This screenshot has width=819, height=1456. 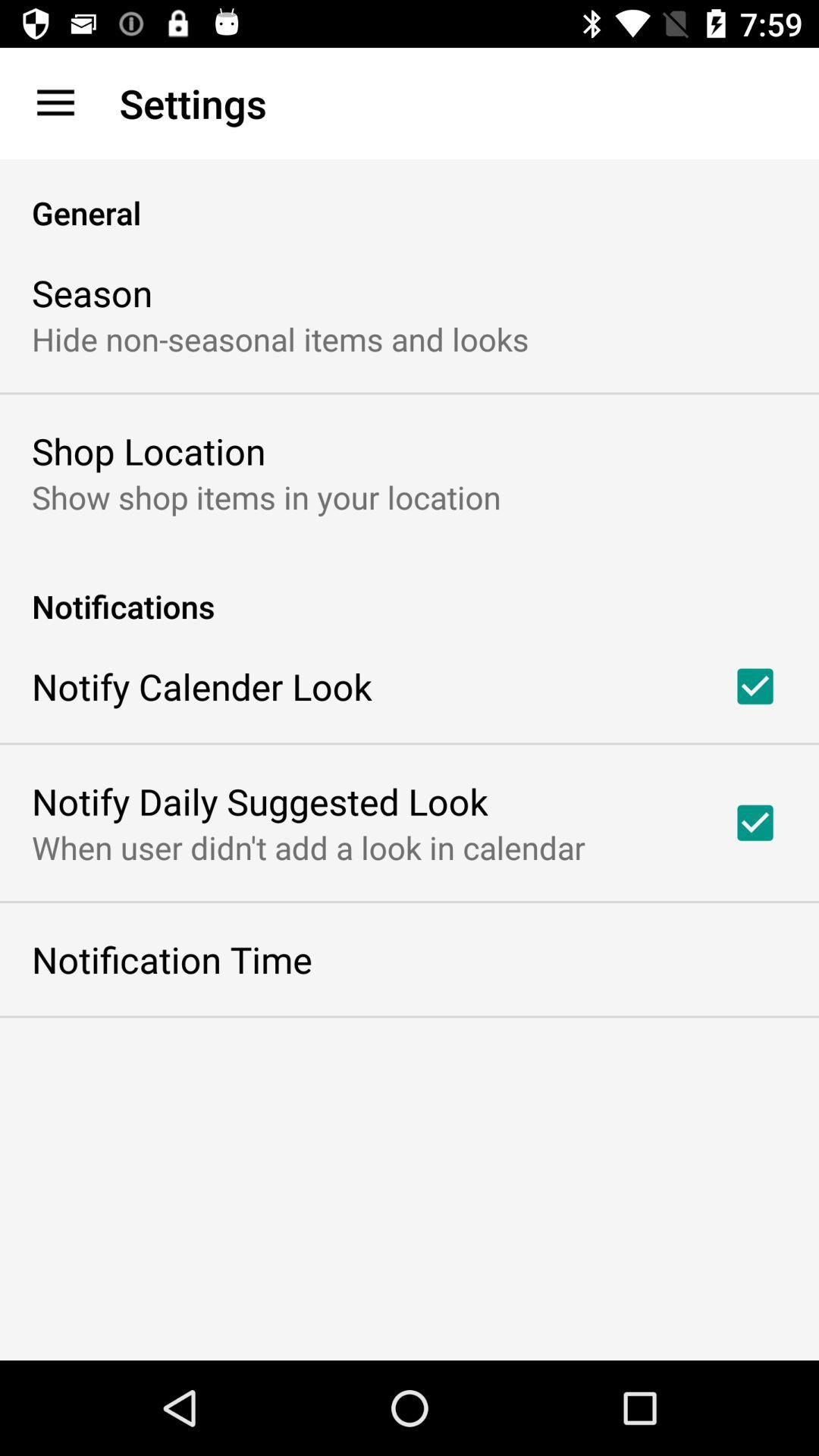 I want to click on item to the left of settings item, so click(x=55, y=102).